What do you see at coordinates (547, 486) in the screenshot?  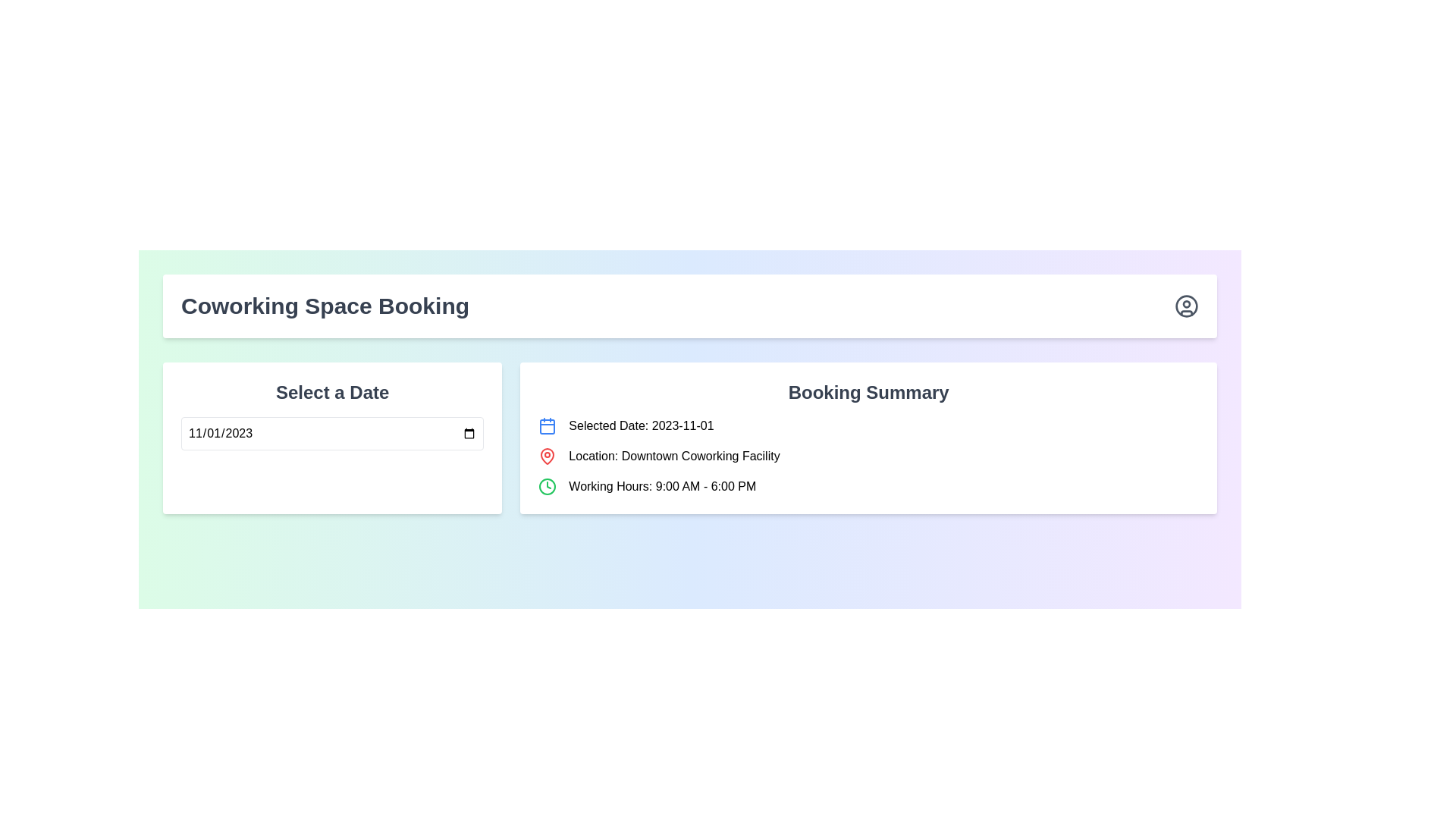 I see `the Decorative SVG circle located inside the clock icon next to the 'Working Hours' text in the 'Booking Summary' section` at bounding box center [547, 486].